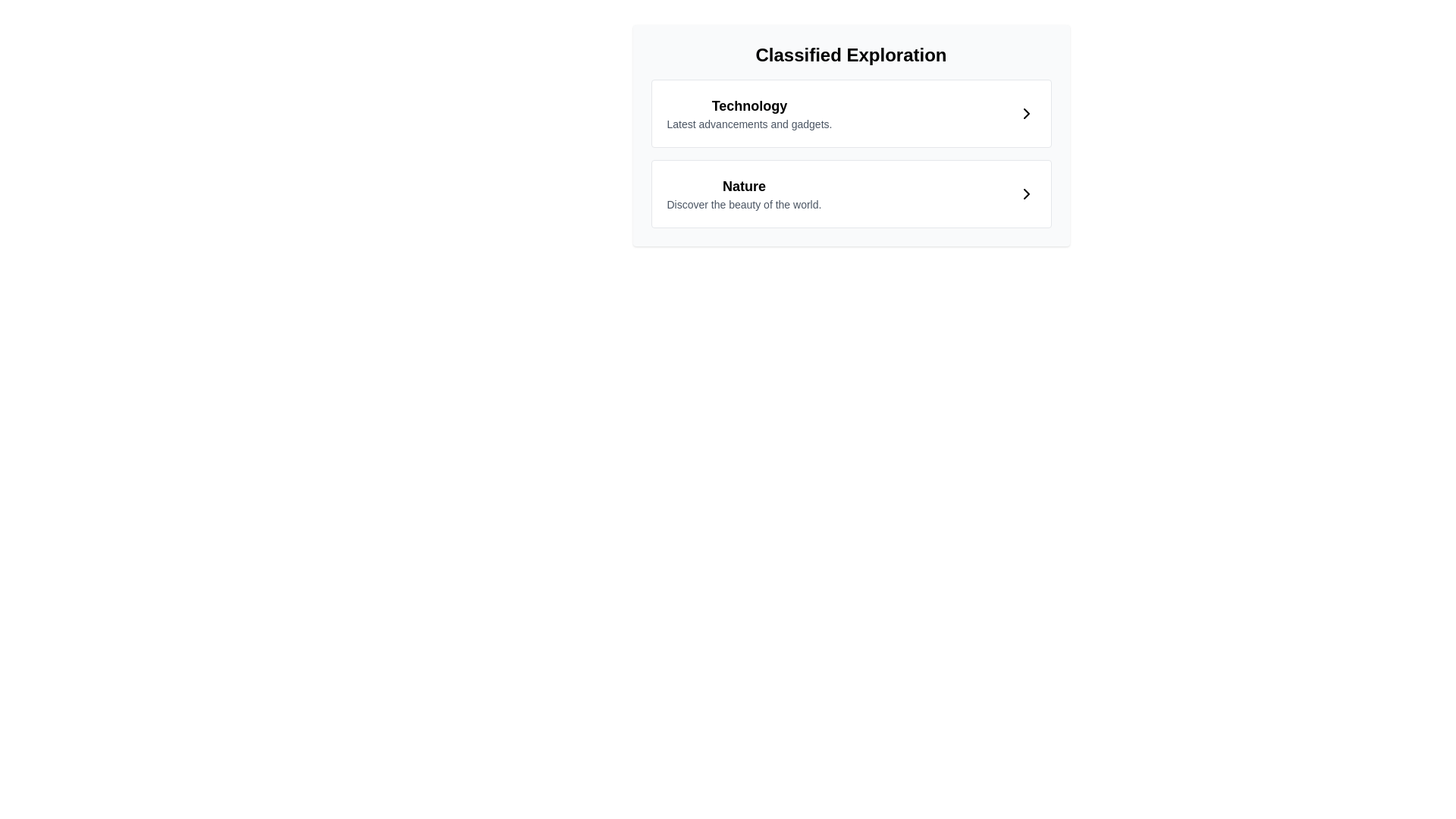 The image size is (1456, 819). What do you see at coordinates (744, 205) in the screenshot?
I see `the descriptive text label that contains the text 'Discover the beauty of the world.' styled in a small gray font, positioned below the title 'Nature' within the 'Classified Exploration' section` at bounding box center [744, 205].